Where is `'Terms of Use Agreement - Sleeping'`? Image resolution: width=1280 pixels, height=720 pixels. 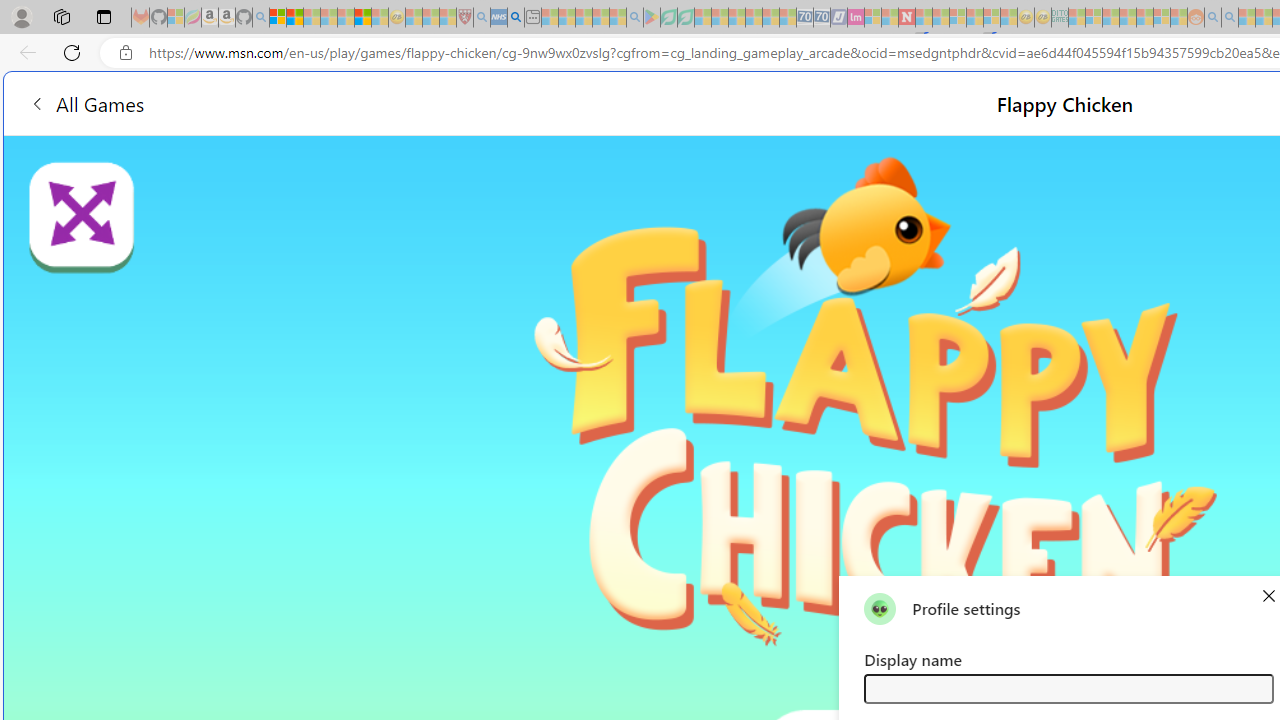
'Terms of Use Agreement - Sleeping' is located at coordinates (668, 17).